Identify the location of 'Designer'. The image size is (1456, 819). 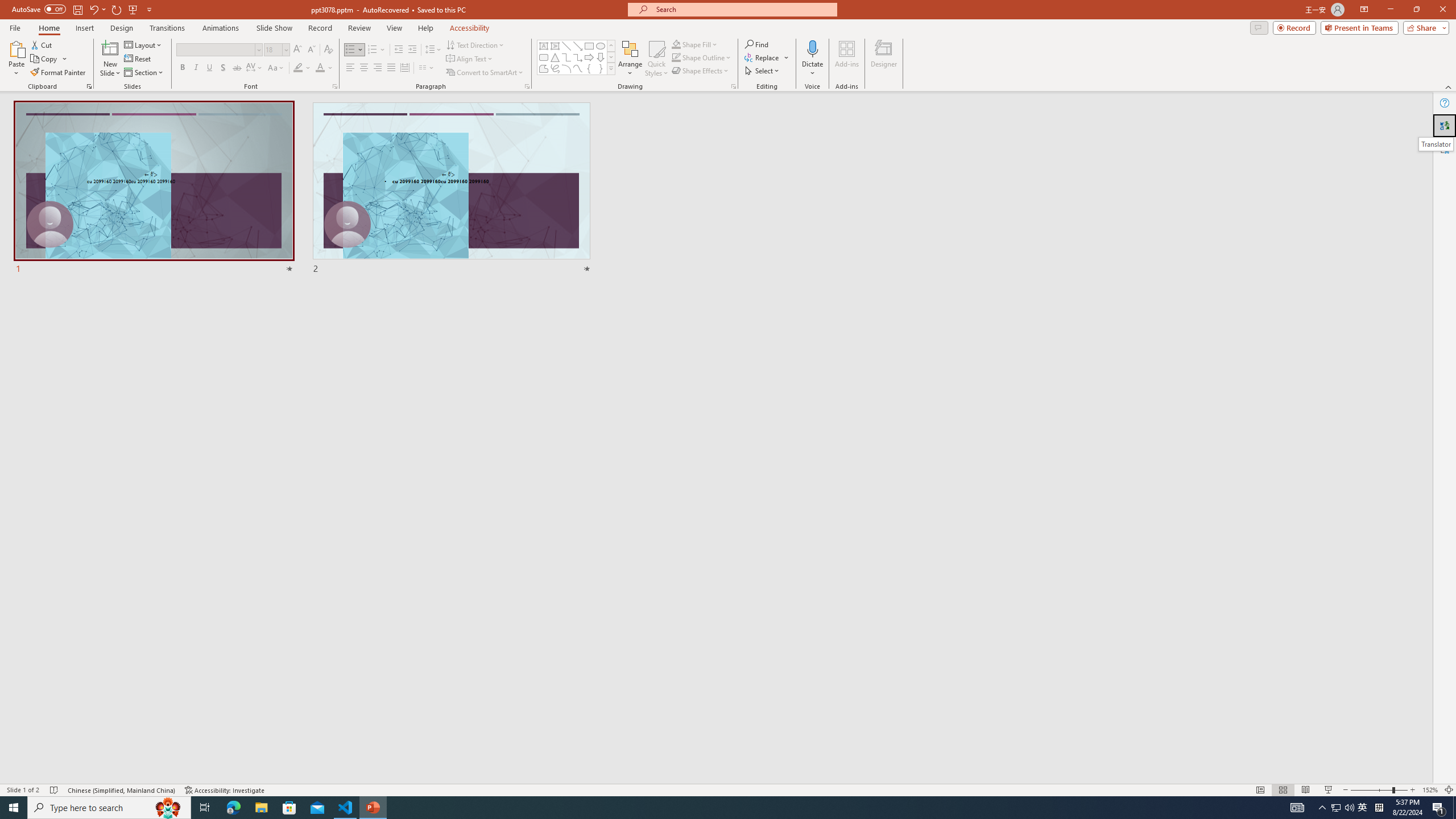
(883, 59).